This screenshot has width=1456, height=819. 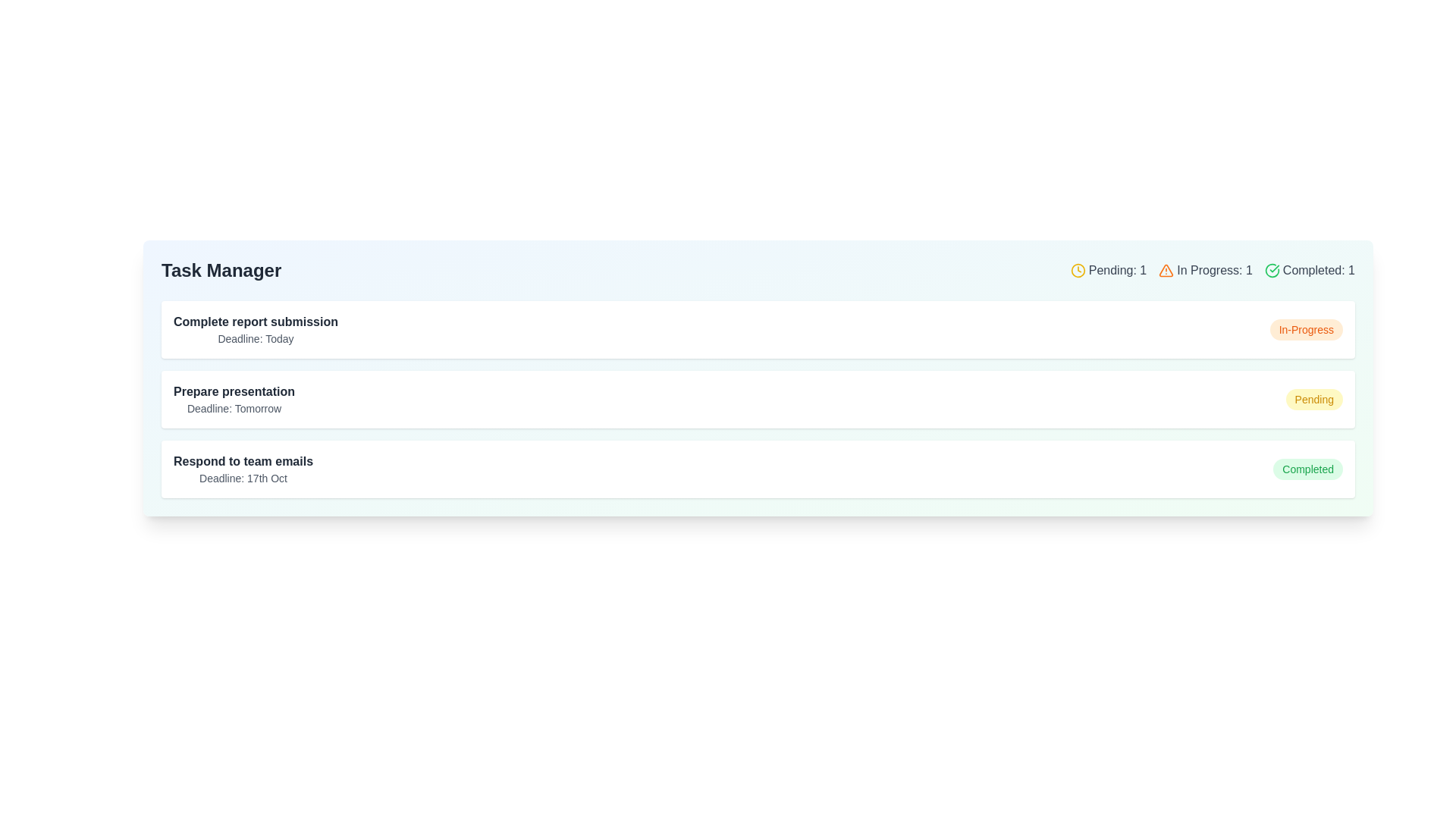 I want to click on the circular shape within the yellow clock-like icon located to the left of the text 'Pending: 1' in the header area of the interface, so click(x=1077, y=270).